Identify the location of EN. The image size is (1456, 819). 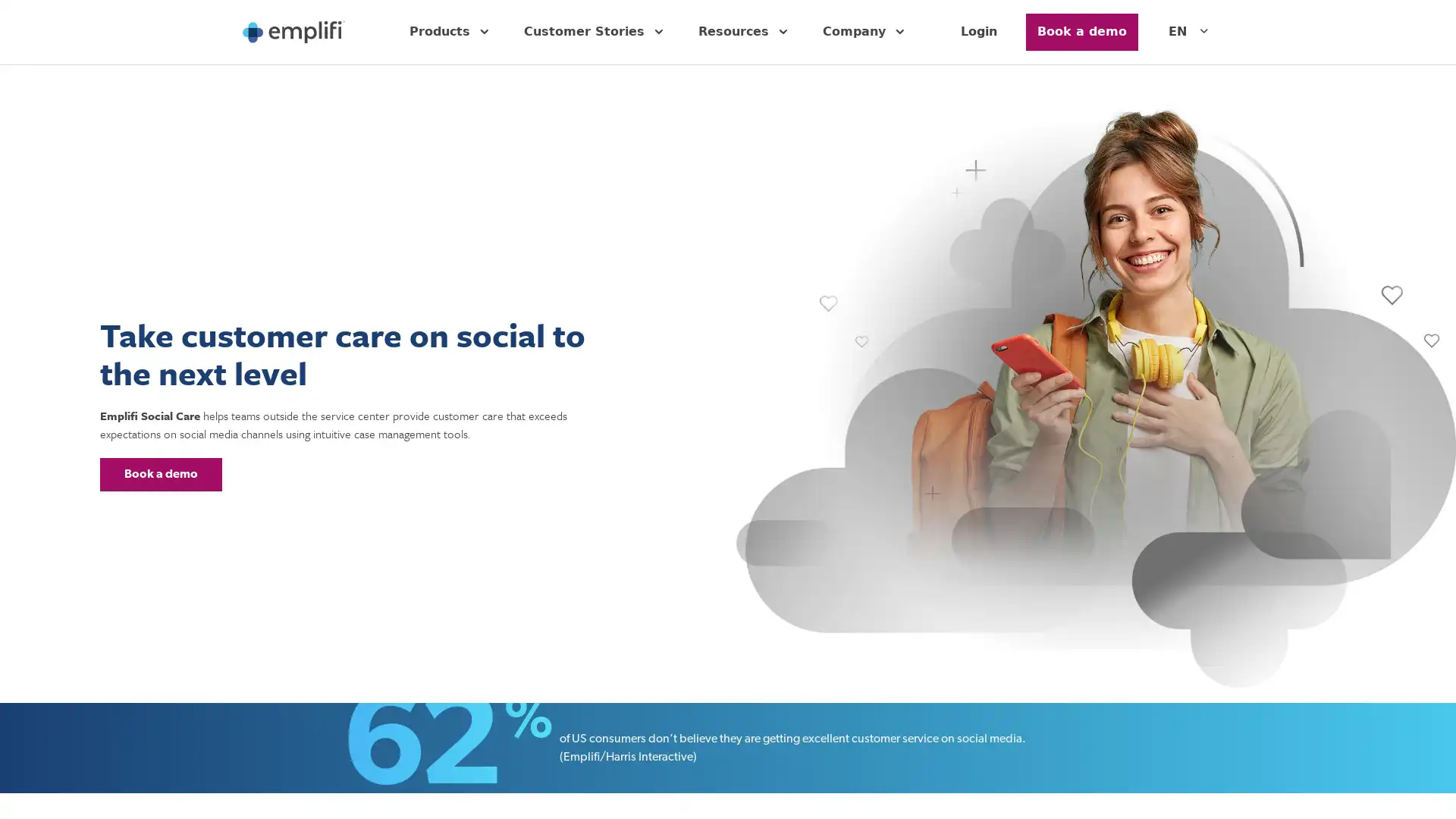
(1190, 32).